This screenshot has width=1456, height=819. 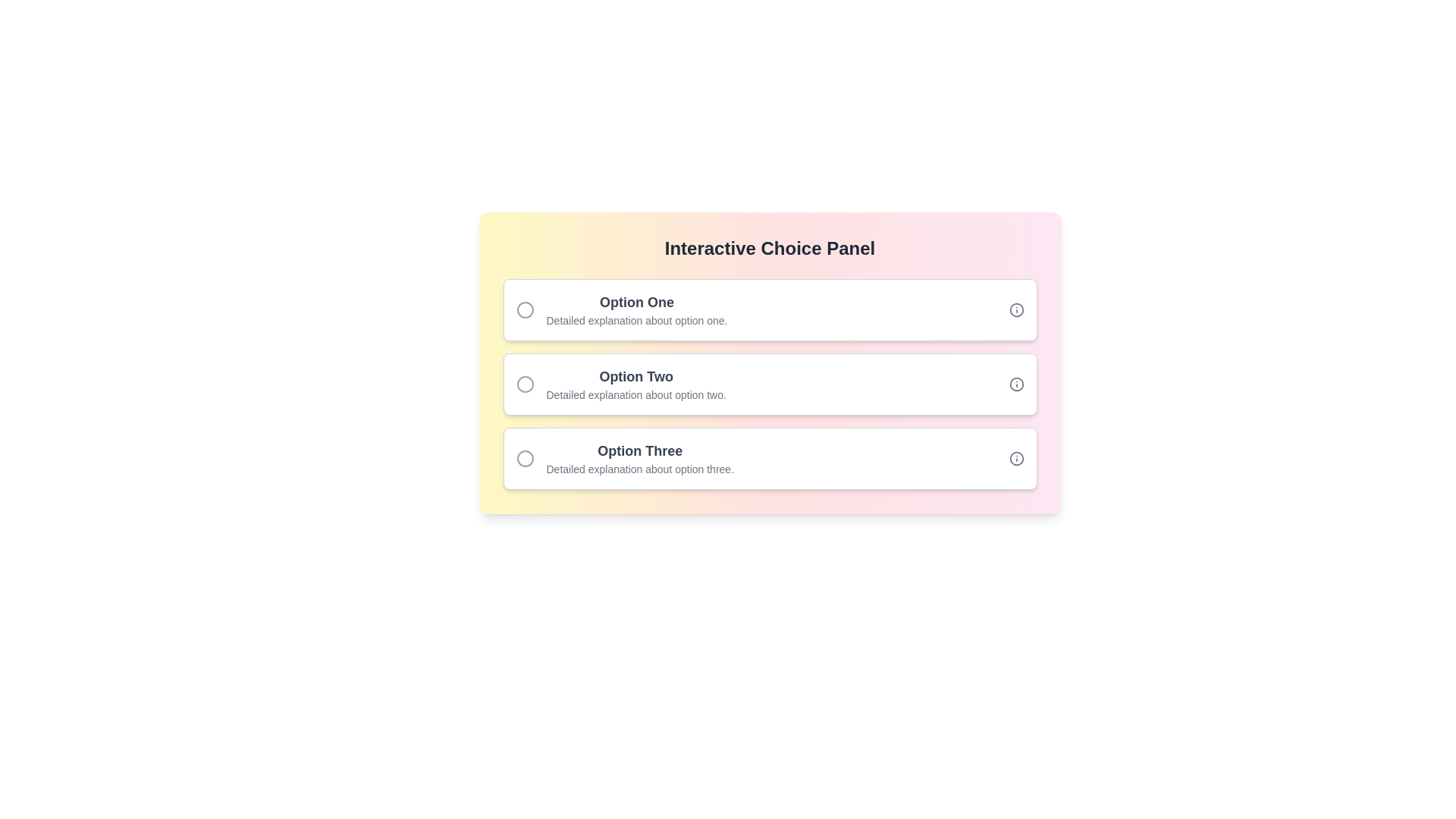 I want to click on title text located in the topmost card of the survey options, which is positioned directly above the supporting text 'Detailed explanation about option one.', so click(x=637, y=302).